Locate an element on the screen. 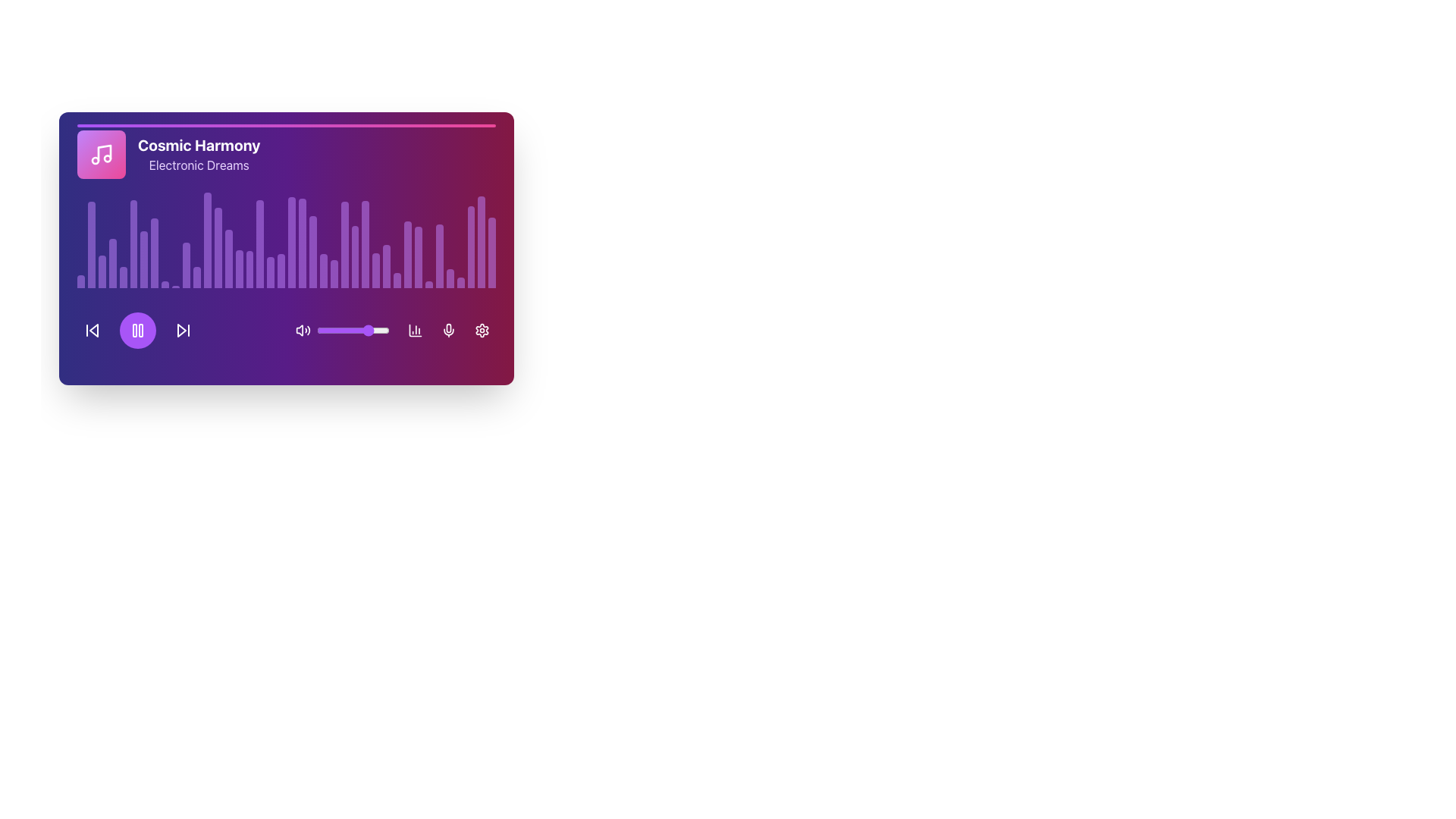 Image resolution: width=1456 pixels, height=819 pixels. the 35th vertical bar in the sound equalizer interface, which has a purple background and rounded top is located at coordinates (449, 278).